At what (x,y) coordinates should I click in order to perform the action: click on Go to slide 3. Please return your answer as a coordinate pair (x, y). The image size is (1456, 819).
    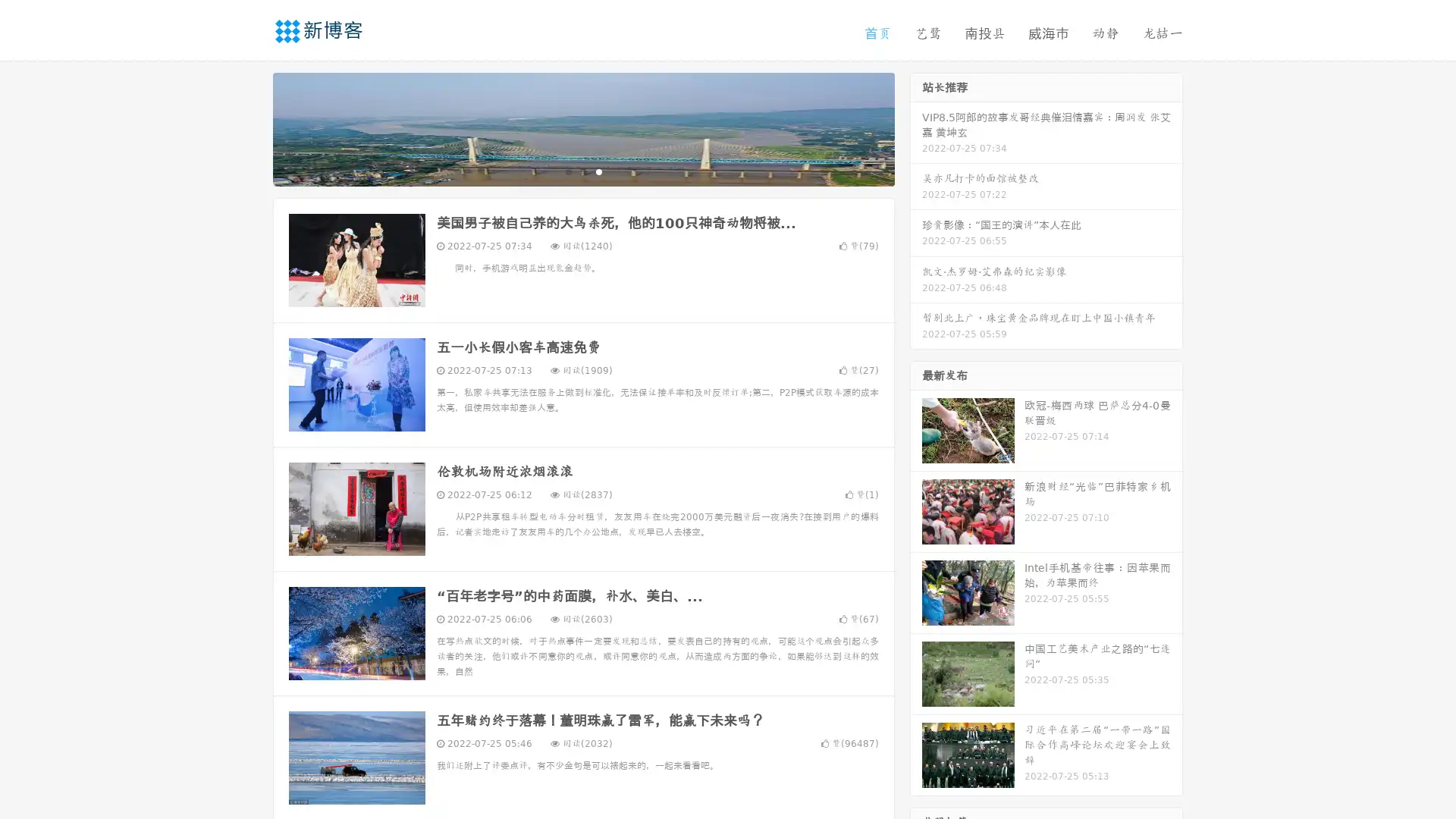
    Looking at the image, I should click on (598, 171).